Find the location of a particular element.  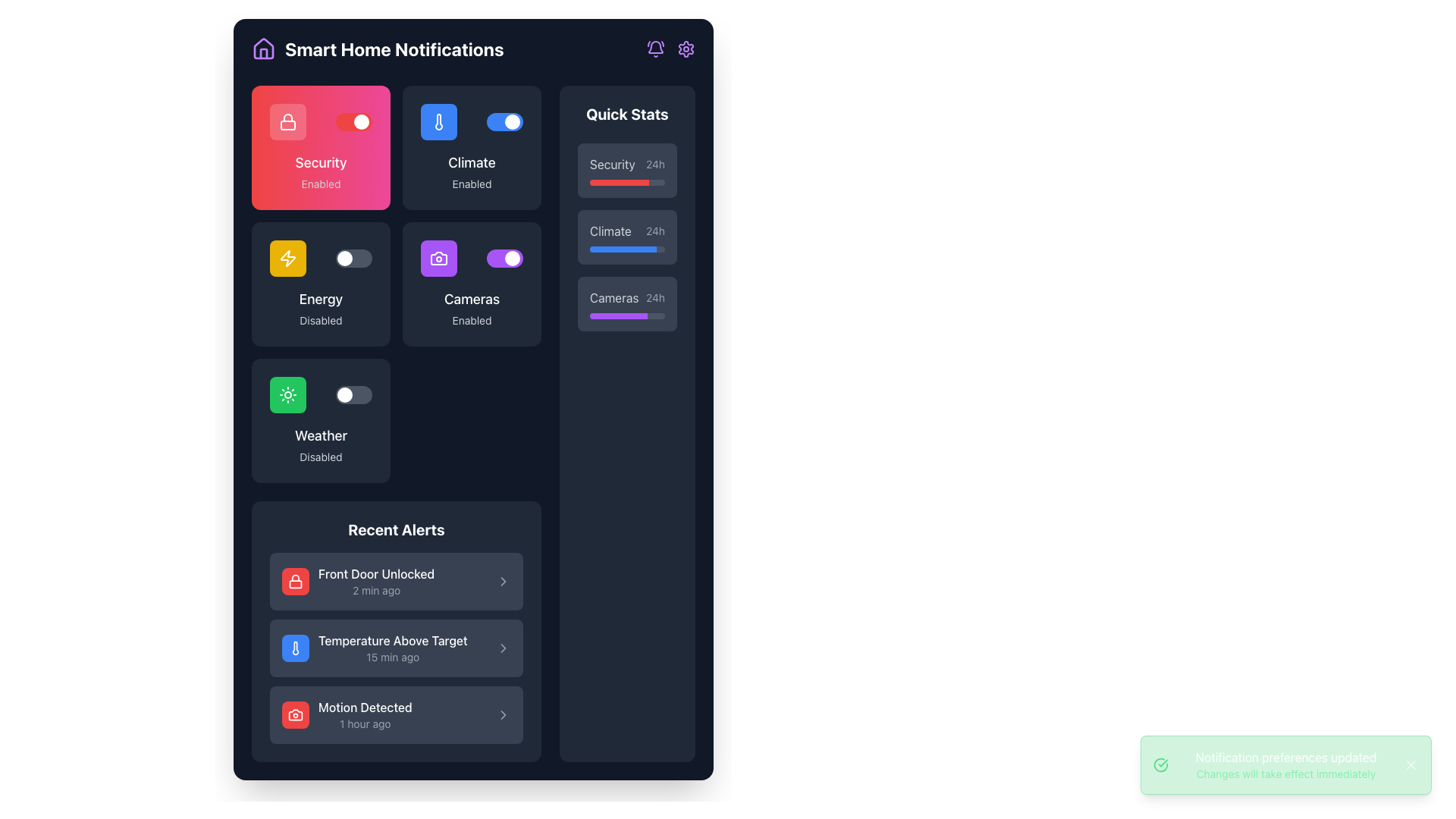

the Text Label that indicates the front door's current status being unlocked, which is located in the 'Recent Alerts' section at the bottom of the layout is located at coordinates (376, 573).